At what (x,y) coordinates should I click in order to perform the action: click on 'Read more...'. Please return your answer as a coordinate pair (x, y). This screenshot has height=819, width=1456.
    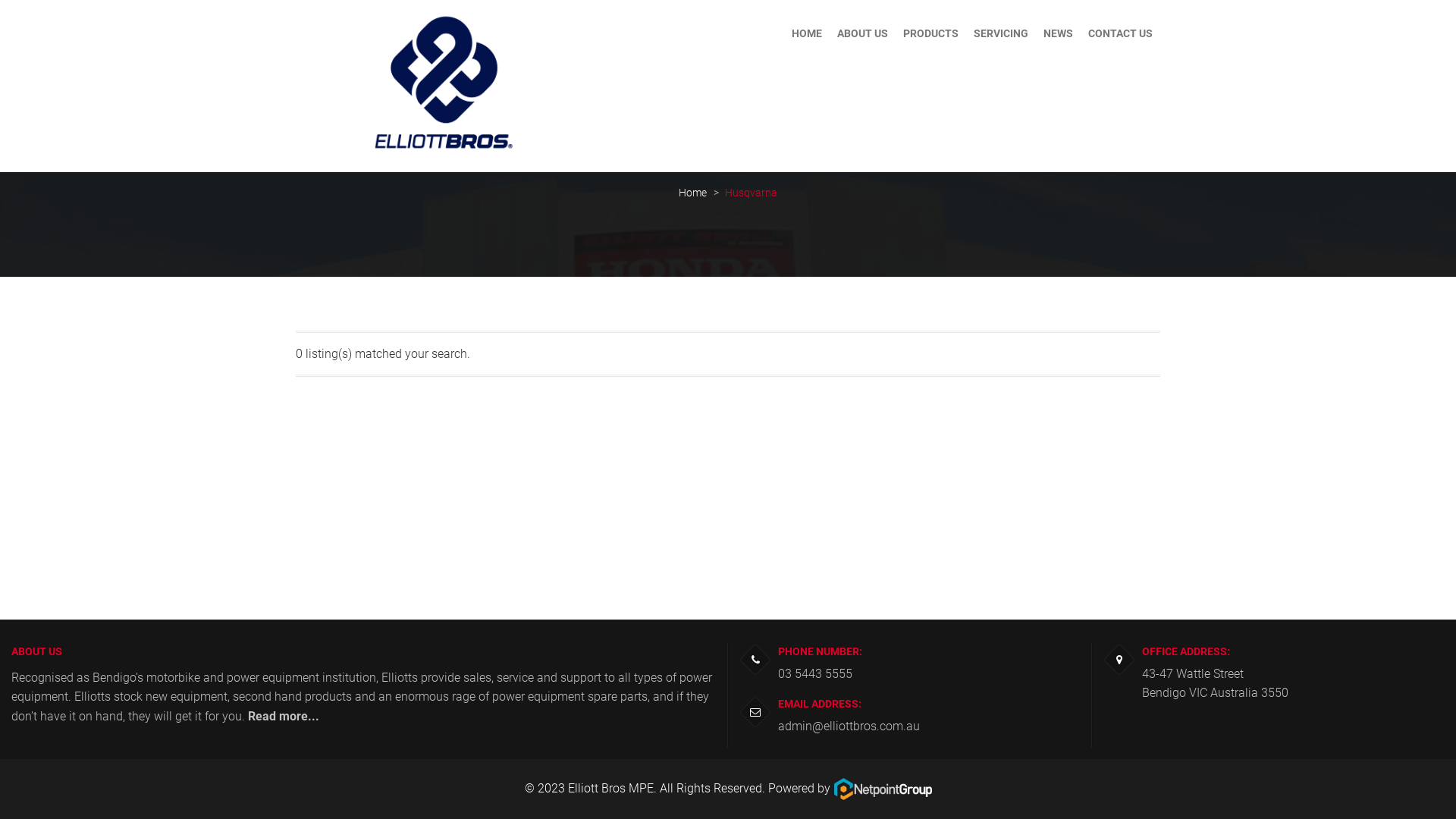
    Looking at the image, I should click on (247, 716).